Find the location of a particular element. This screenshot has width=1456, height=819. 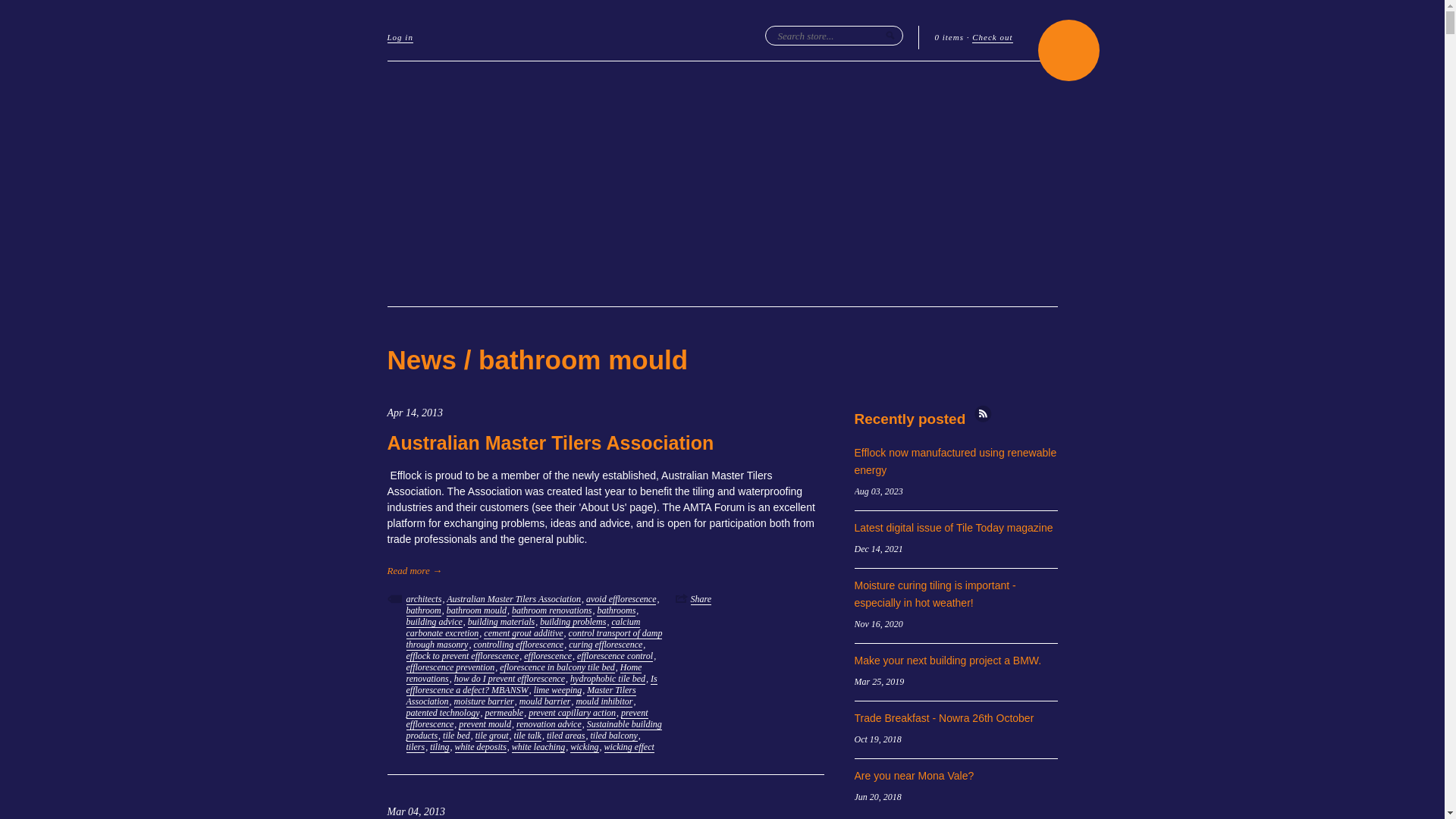

'mould inhibitor' is located at coordinates (603, 701).